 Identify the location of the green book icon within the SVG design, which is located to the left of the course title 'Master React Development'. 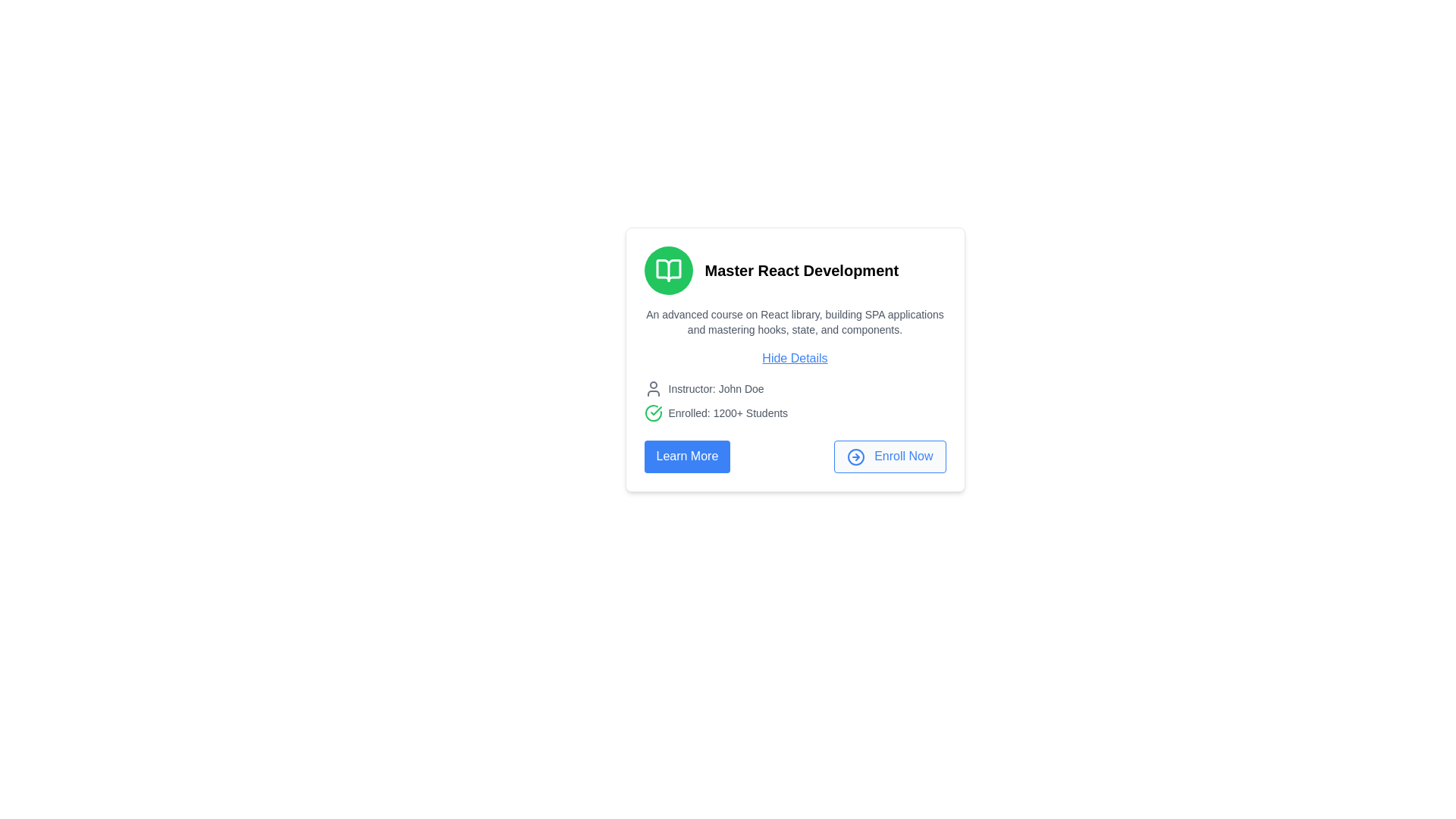
(667, 270).